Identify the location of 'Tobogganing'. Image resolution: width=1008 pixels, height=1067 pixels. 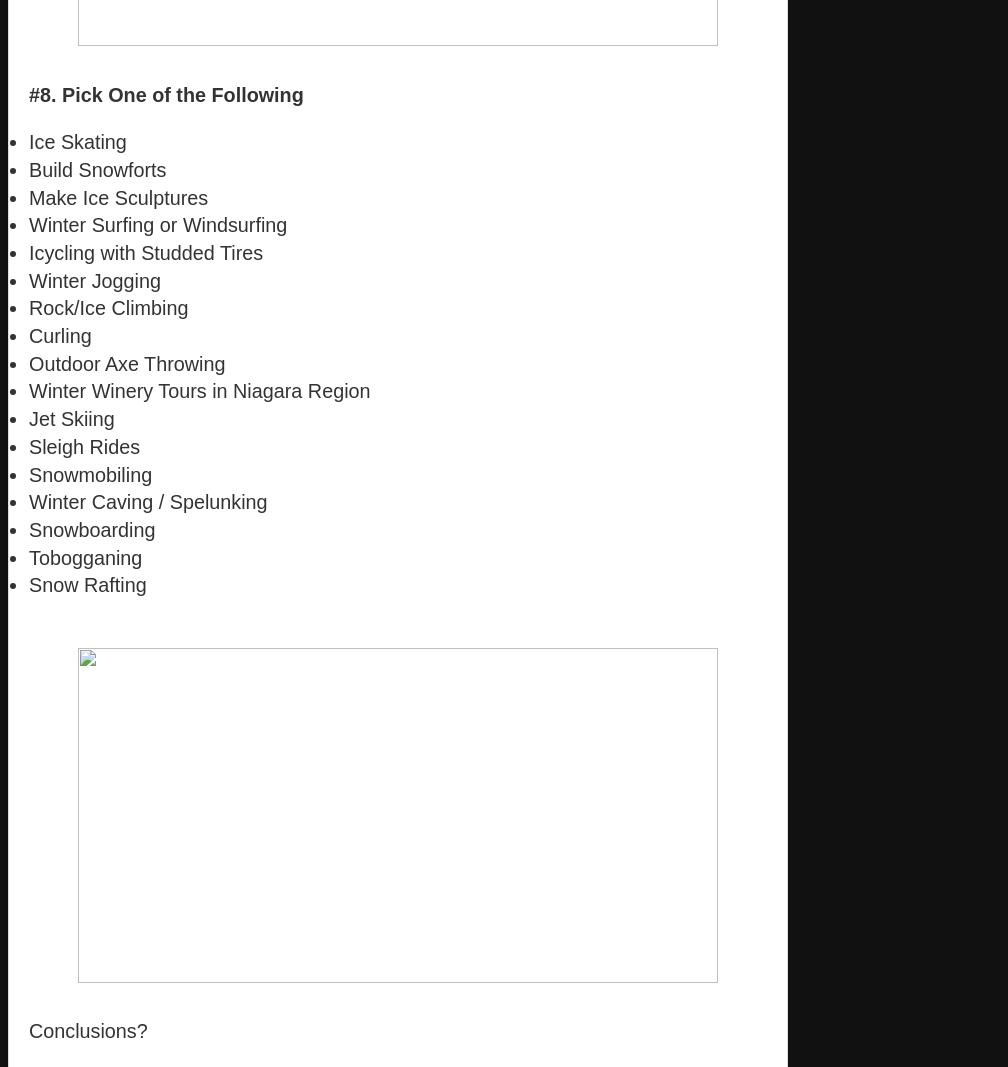
(29, 556).